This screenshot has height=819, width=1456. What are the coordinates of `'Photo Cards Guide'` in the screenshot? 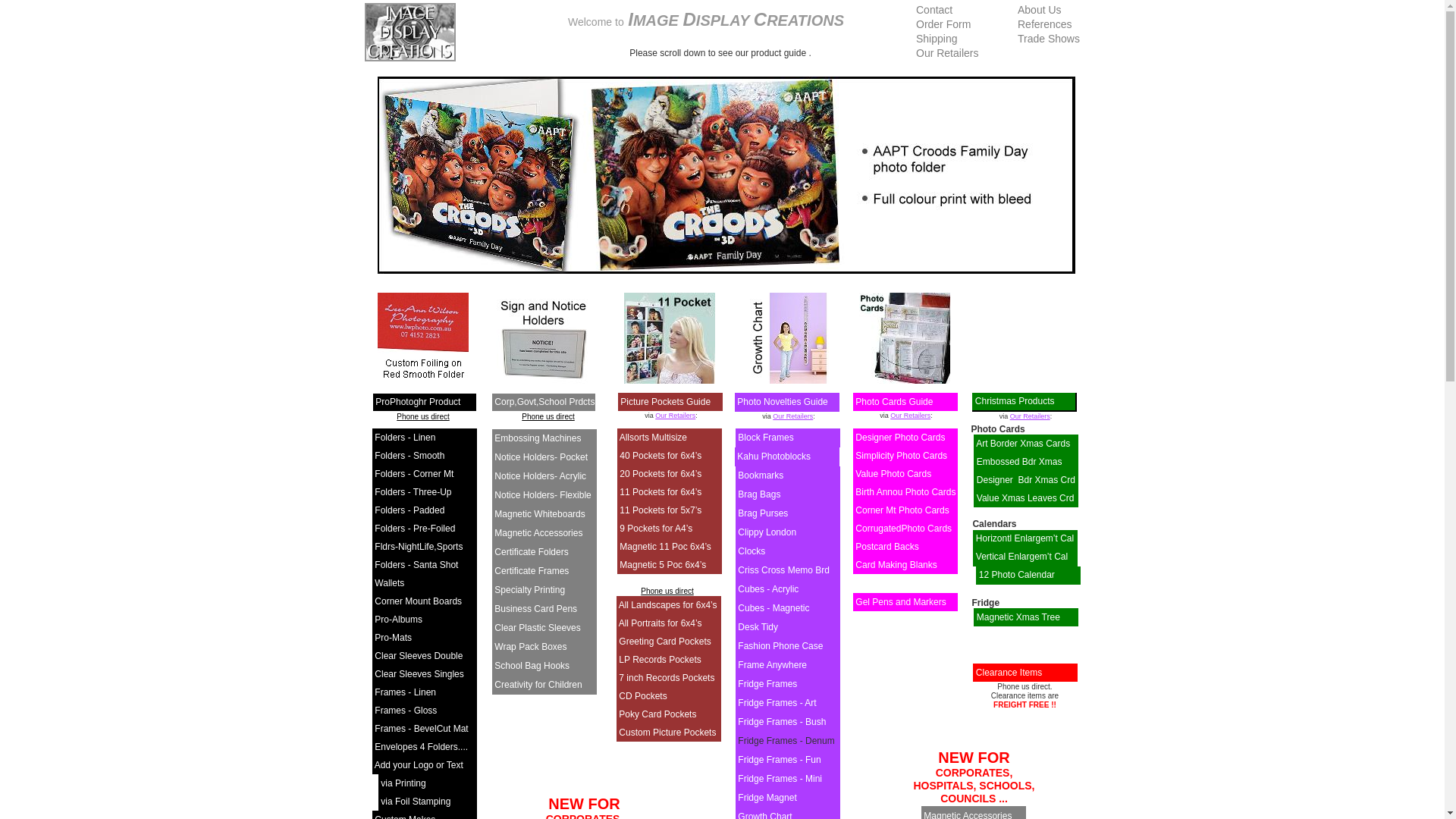 It's located at (894, 400).